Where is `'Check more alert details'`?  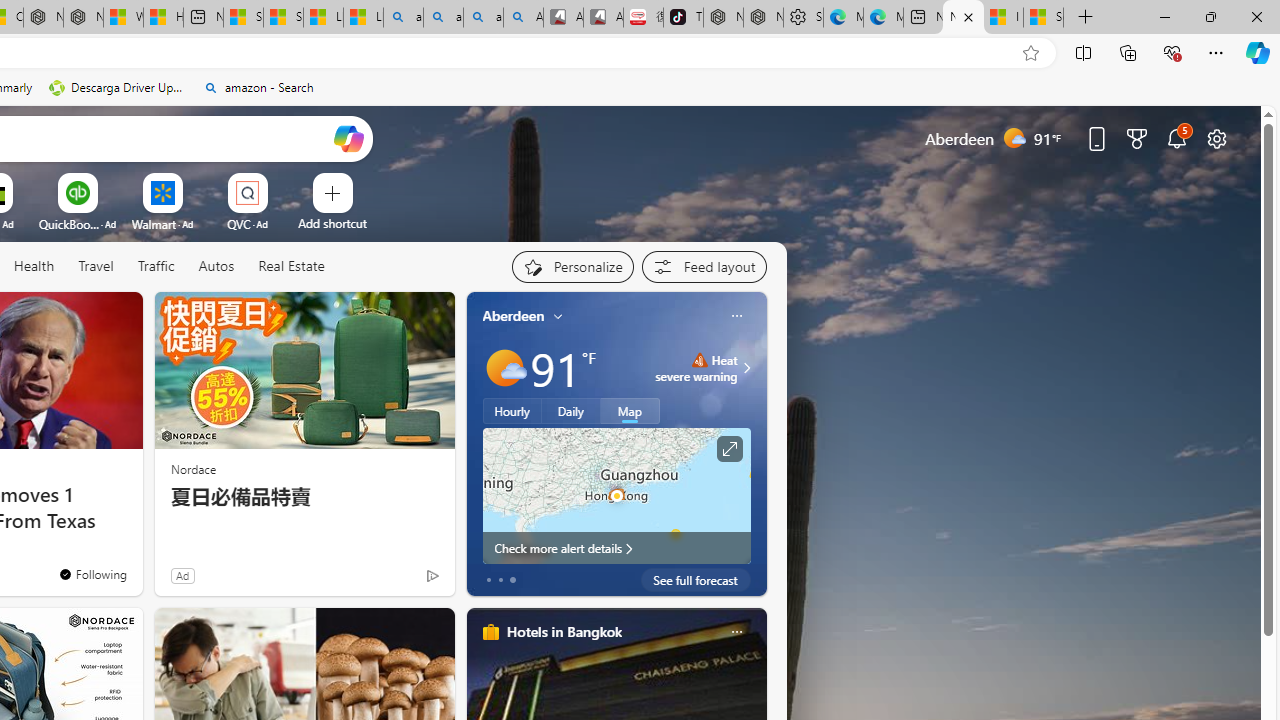 'Check more alert details' is located at coordinates (615, 547).